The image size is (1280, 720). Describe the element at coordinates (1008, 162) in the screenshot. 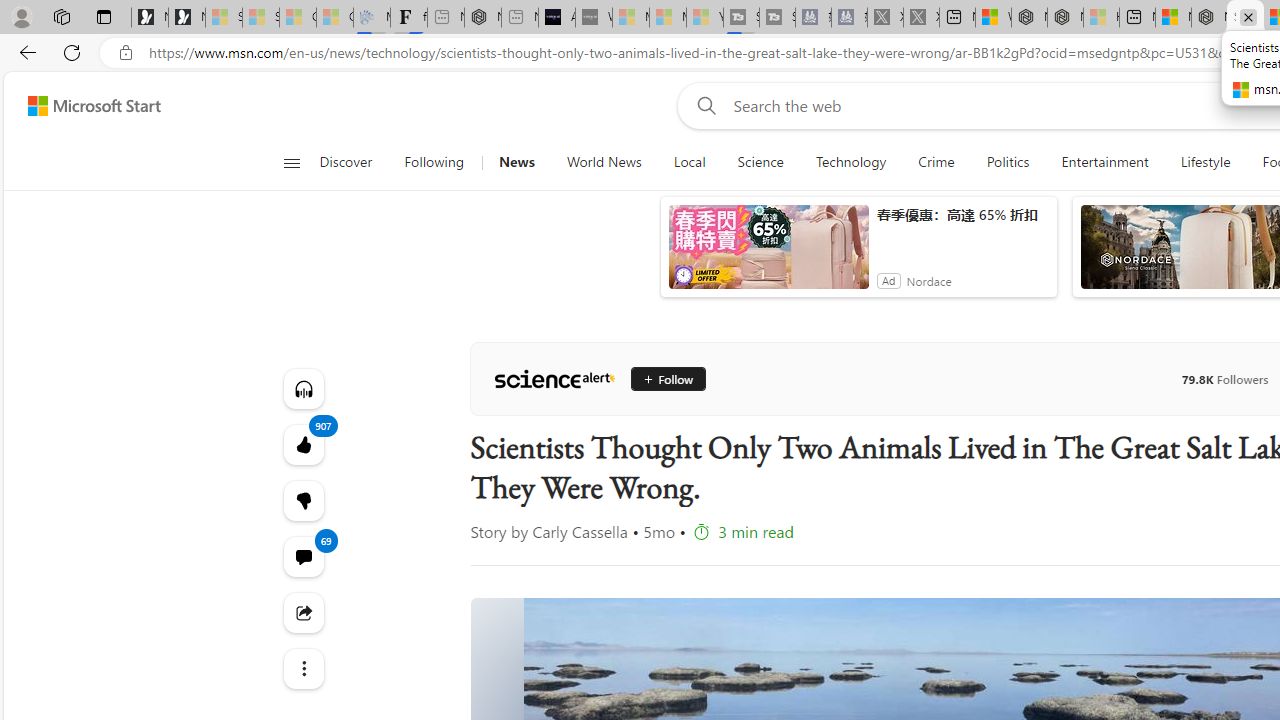

I see `'Politics'` at that location.